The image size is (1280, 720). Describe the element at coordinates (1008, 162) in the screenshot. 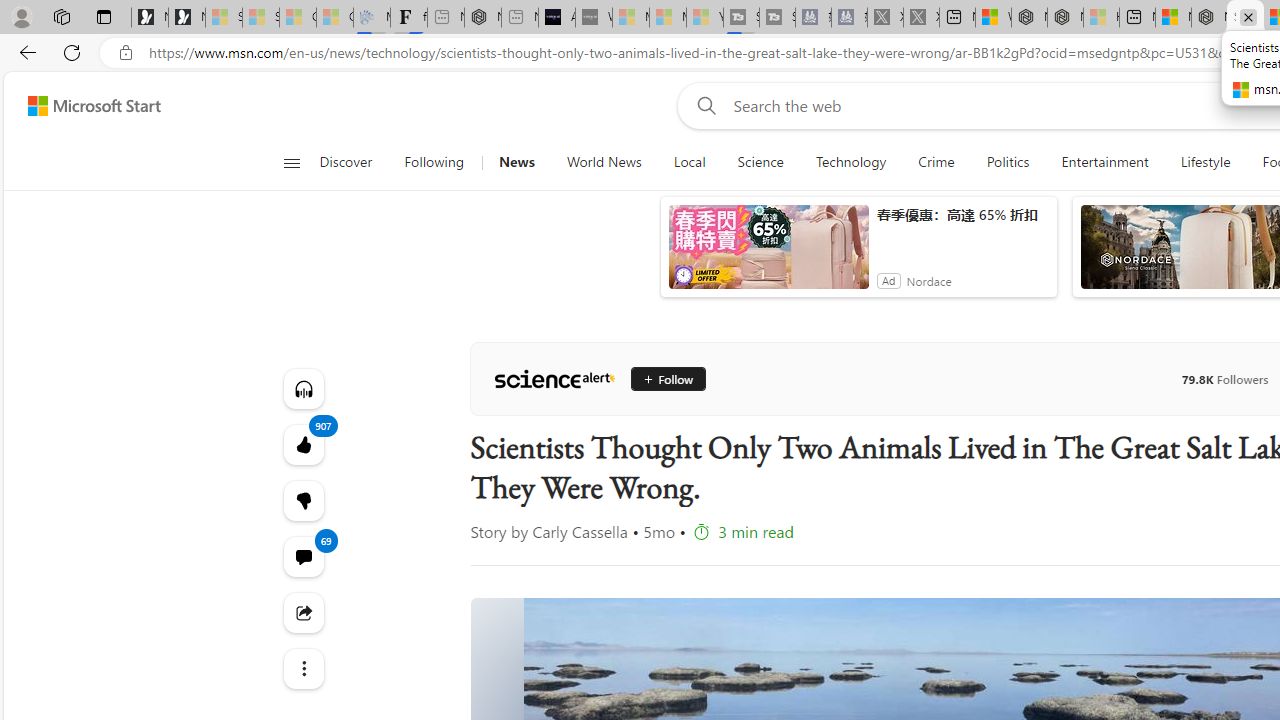

I see `'Politics'` at that location.